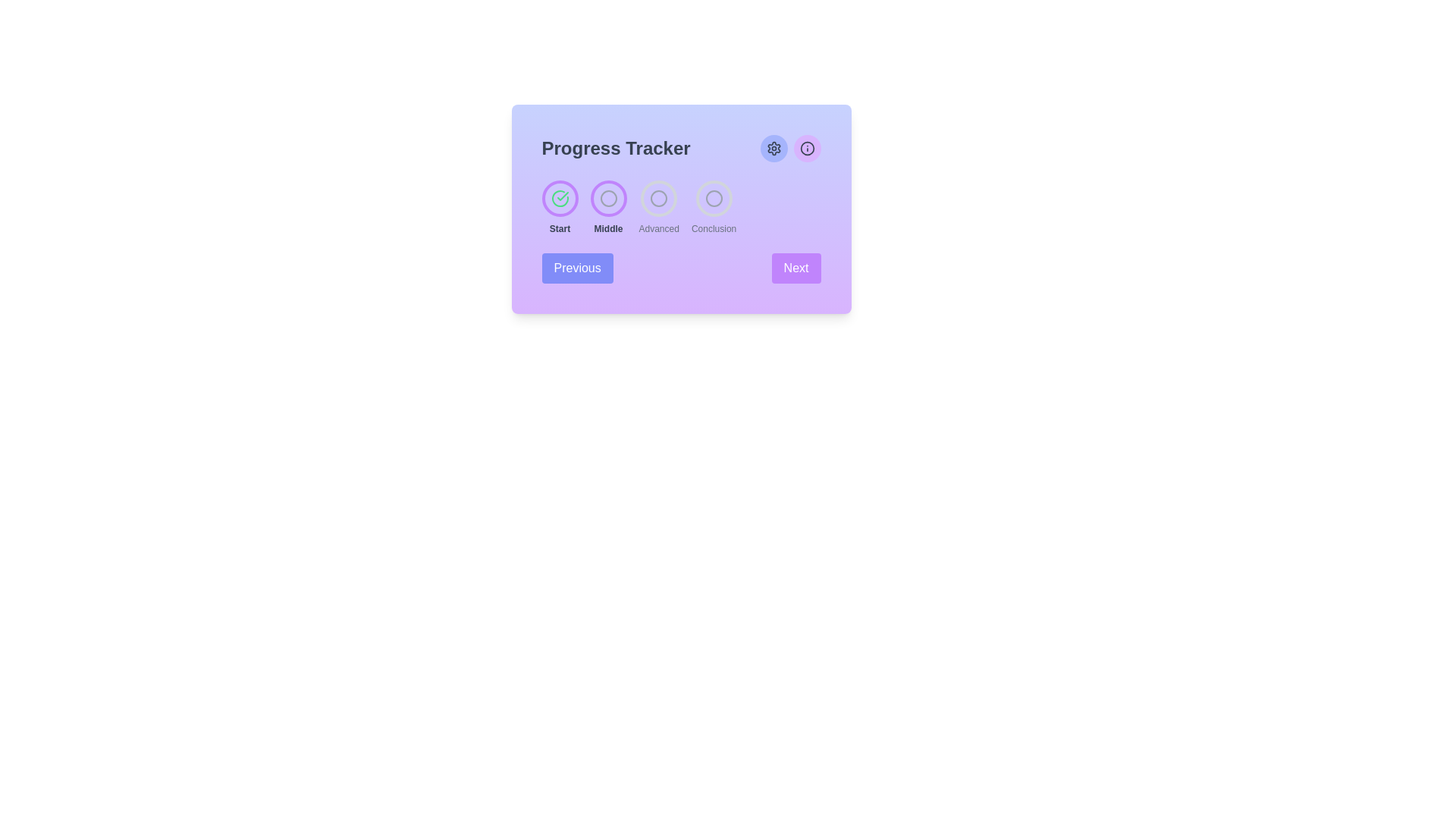  What do you see at coordinates (559, 207) in the screenshot?
I see `the 'Start' step in the Progress Step Indicator, which visually indicates the current progress status in a multi-step process` at bounding box center [559, 207].